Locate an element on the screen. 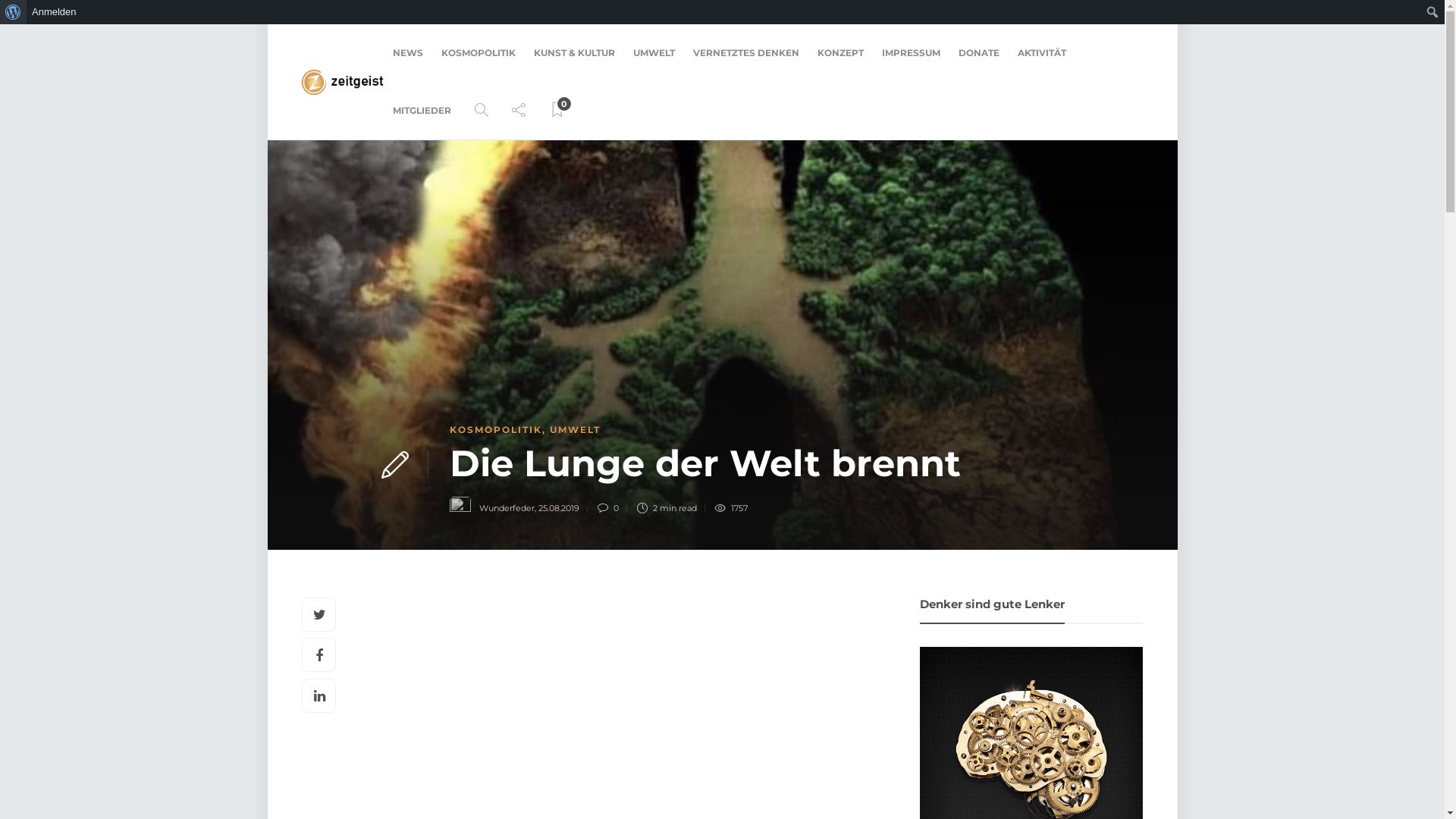  'KOSMOPOLITIK' is located at coordinates (477, 52).